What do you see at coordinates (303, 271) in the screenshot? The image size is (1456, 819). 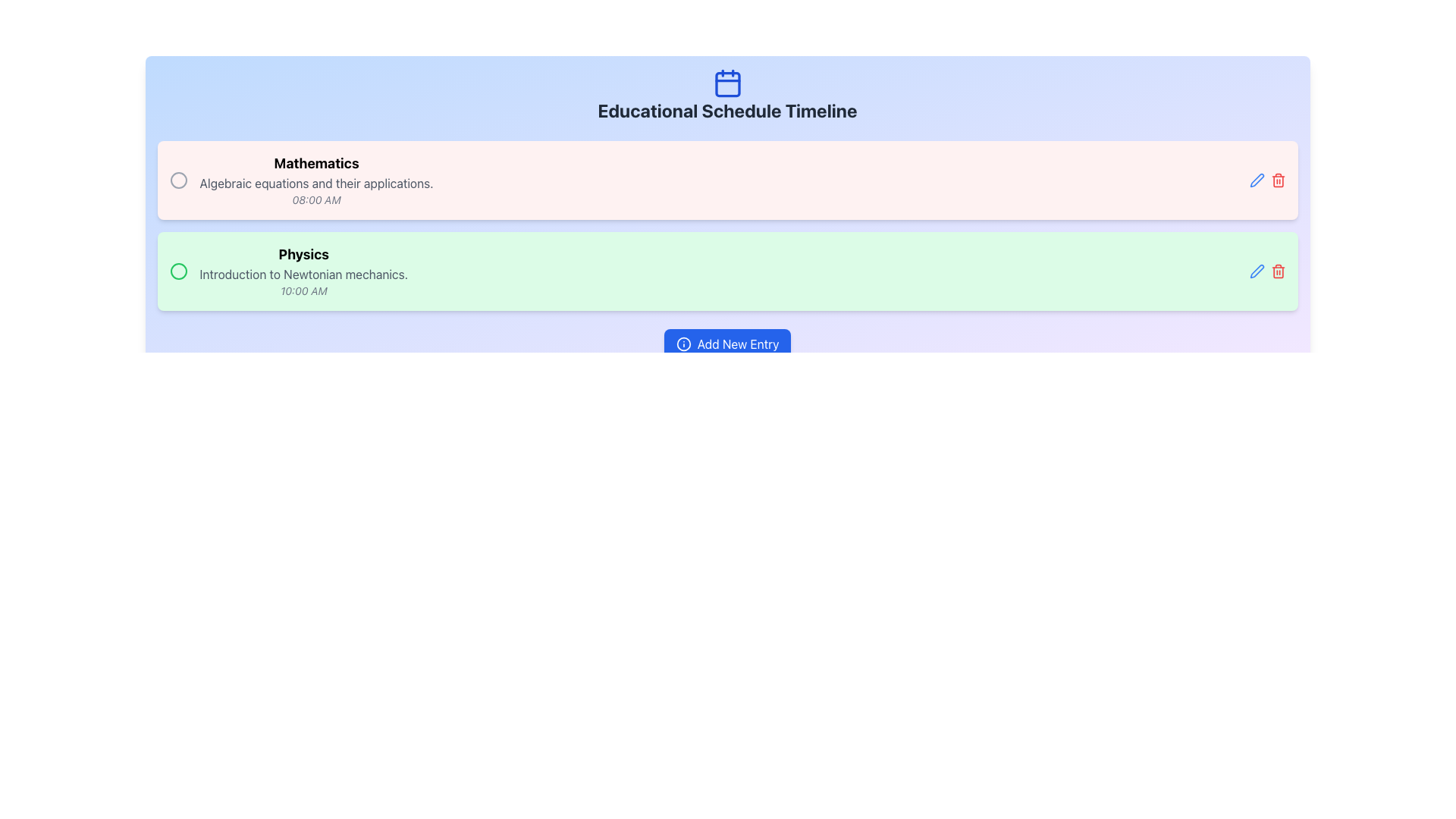 I see `the second list item of the educational schedule entry text block, which is located below the 'Mathematics' item on a green background` at bounding box center [303, 271].